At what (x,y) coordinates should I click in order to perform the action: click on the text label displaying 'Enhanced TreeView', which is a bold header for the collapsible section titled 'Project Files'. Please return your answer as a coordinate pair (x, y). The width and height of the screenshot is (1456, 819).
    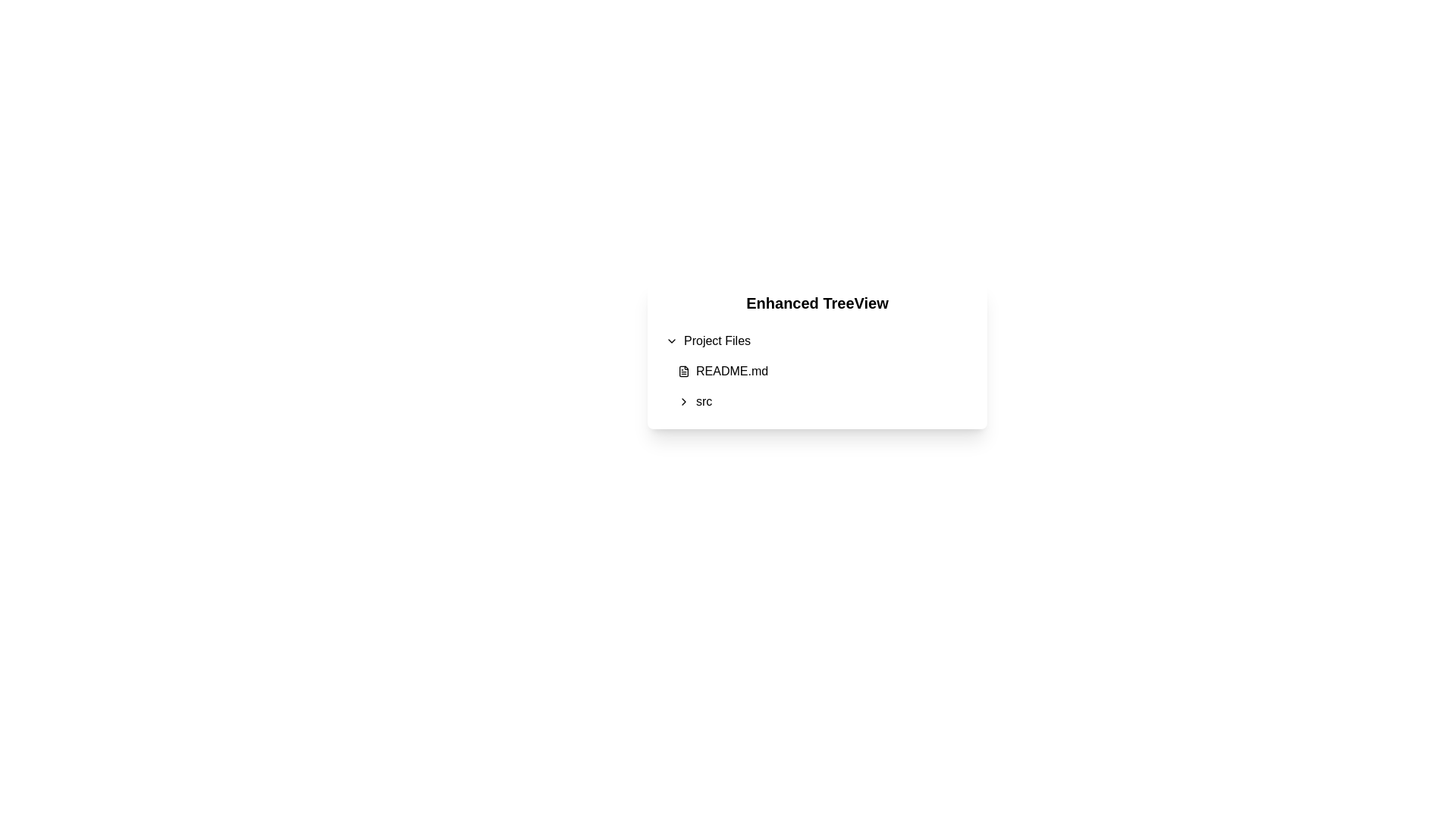
    Looking at the image, I should click on (817, 303).